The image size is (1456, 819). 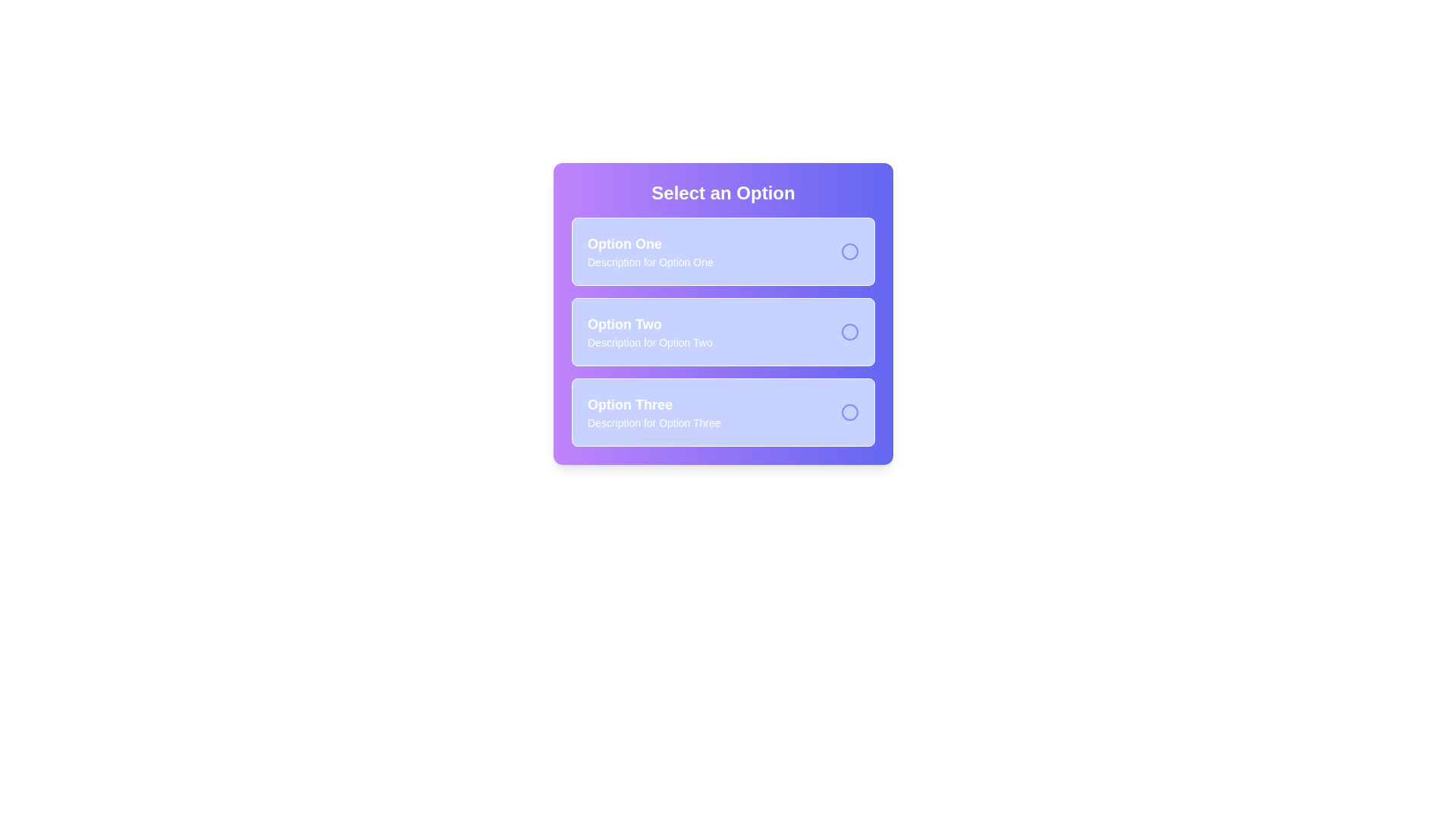 I want to click on the Text Label that identifies the current option as 'Option Two' in the second entry of the vertically aligned selection list, so click(x=650, y=324).